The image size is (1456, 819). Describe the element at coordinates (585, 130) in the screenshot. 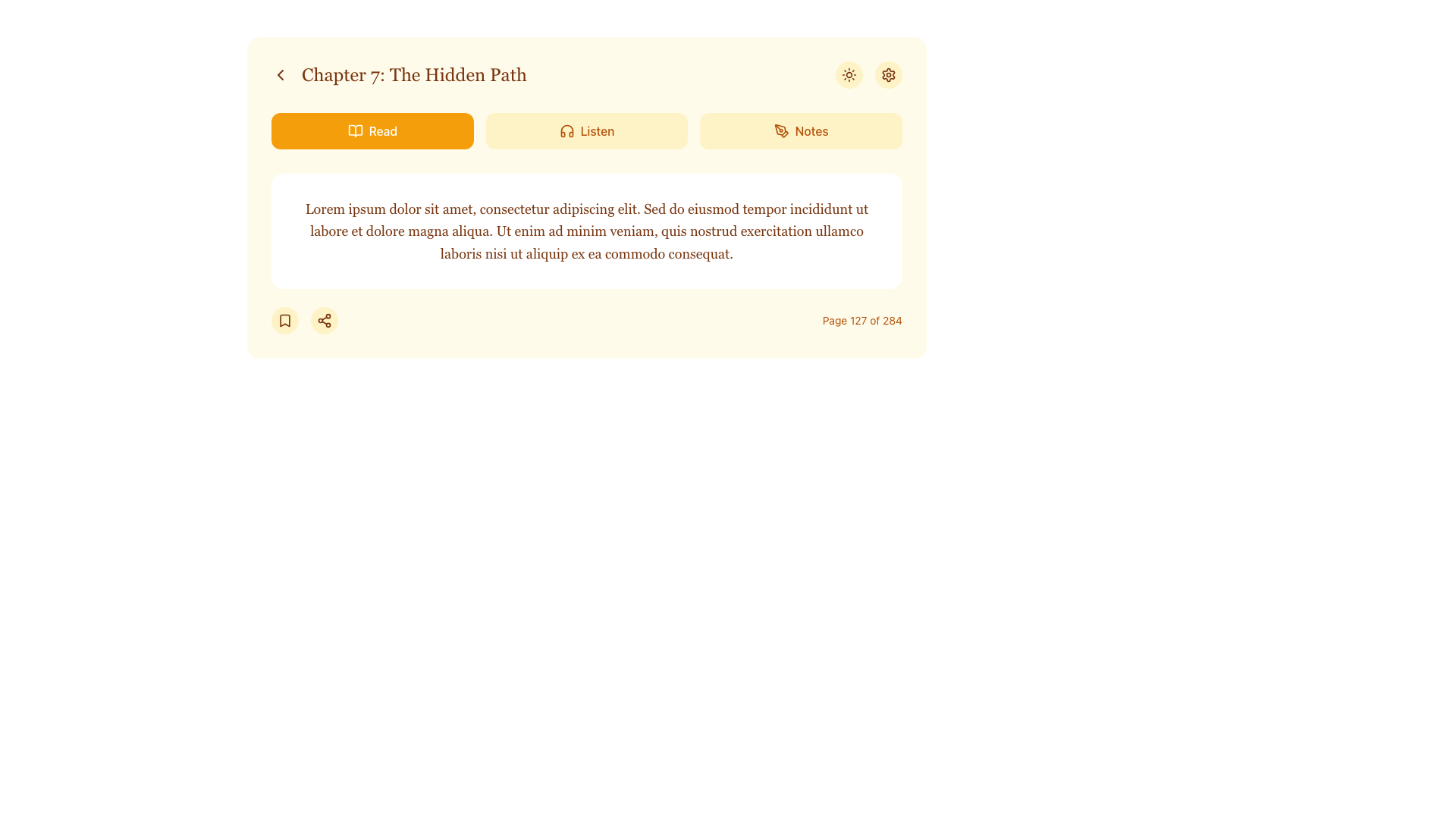

I see `the 'Listen' button, which has a light amber background, darker amber text, and an icon of headphones` at that location.